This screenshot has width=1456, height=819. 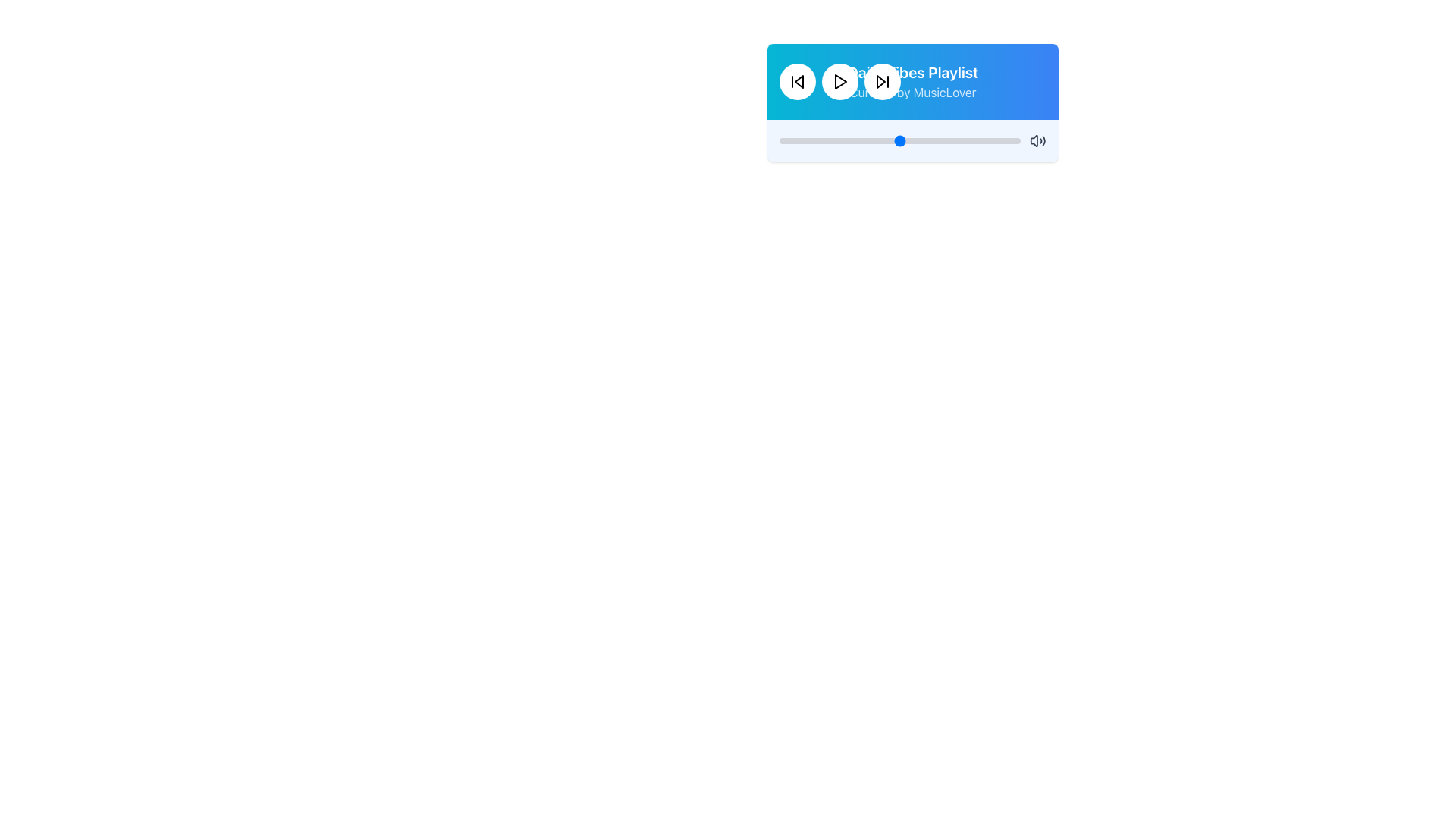 What do you see at coordinates (849, 140) in the screenshot?
I see `slider value` at bounding box center [849, 140].